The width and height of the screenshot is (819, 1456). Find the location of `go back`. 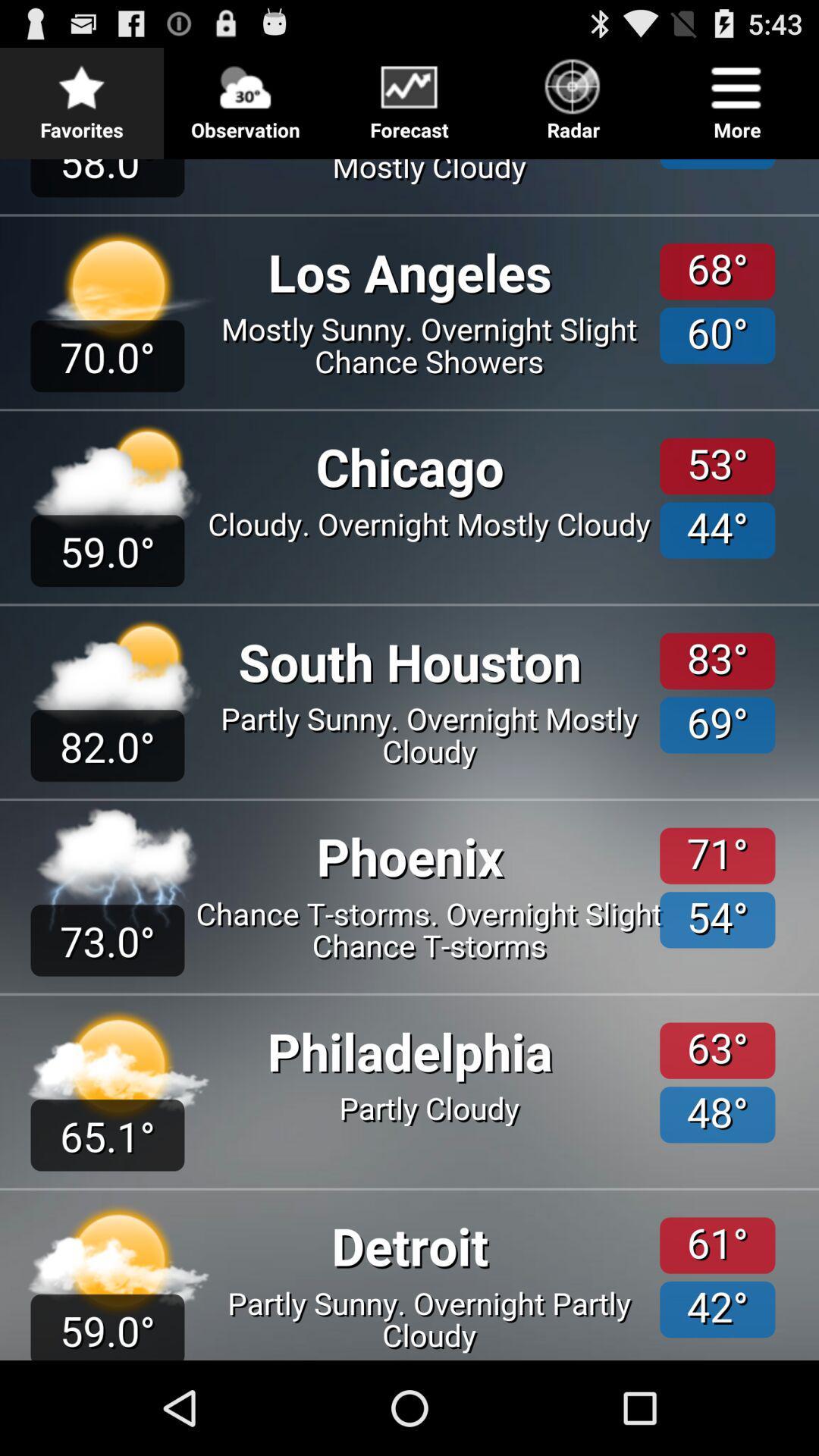

go back is located at coordinates (409, 96).